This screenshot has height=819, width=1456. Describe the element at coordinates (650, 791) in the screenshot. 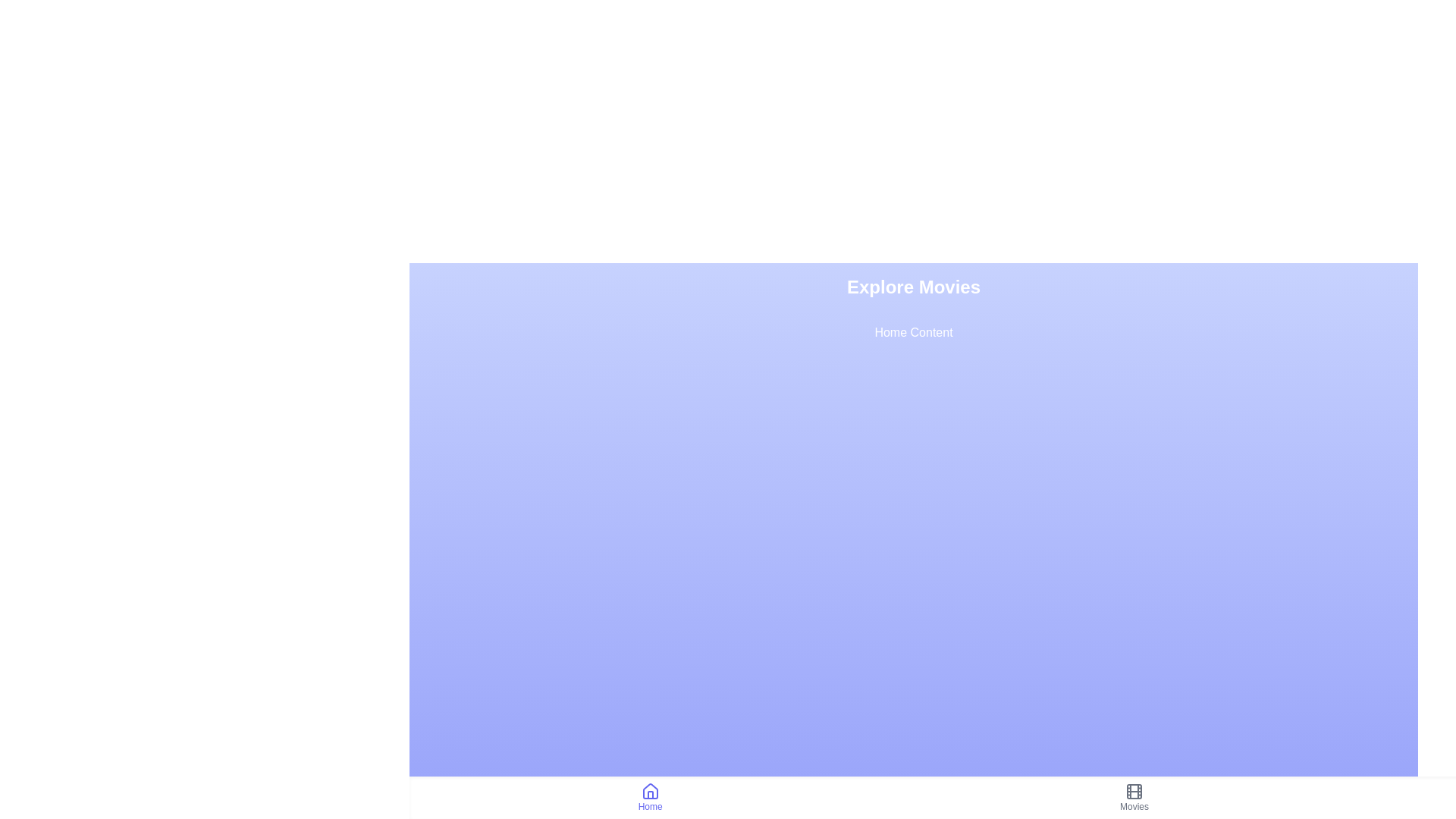

I see `the house icon button located at the bottom-center of the navigation bar` at that location.